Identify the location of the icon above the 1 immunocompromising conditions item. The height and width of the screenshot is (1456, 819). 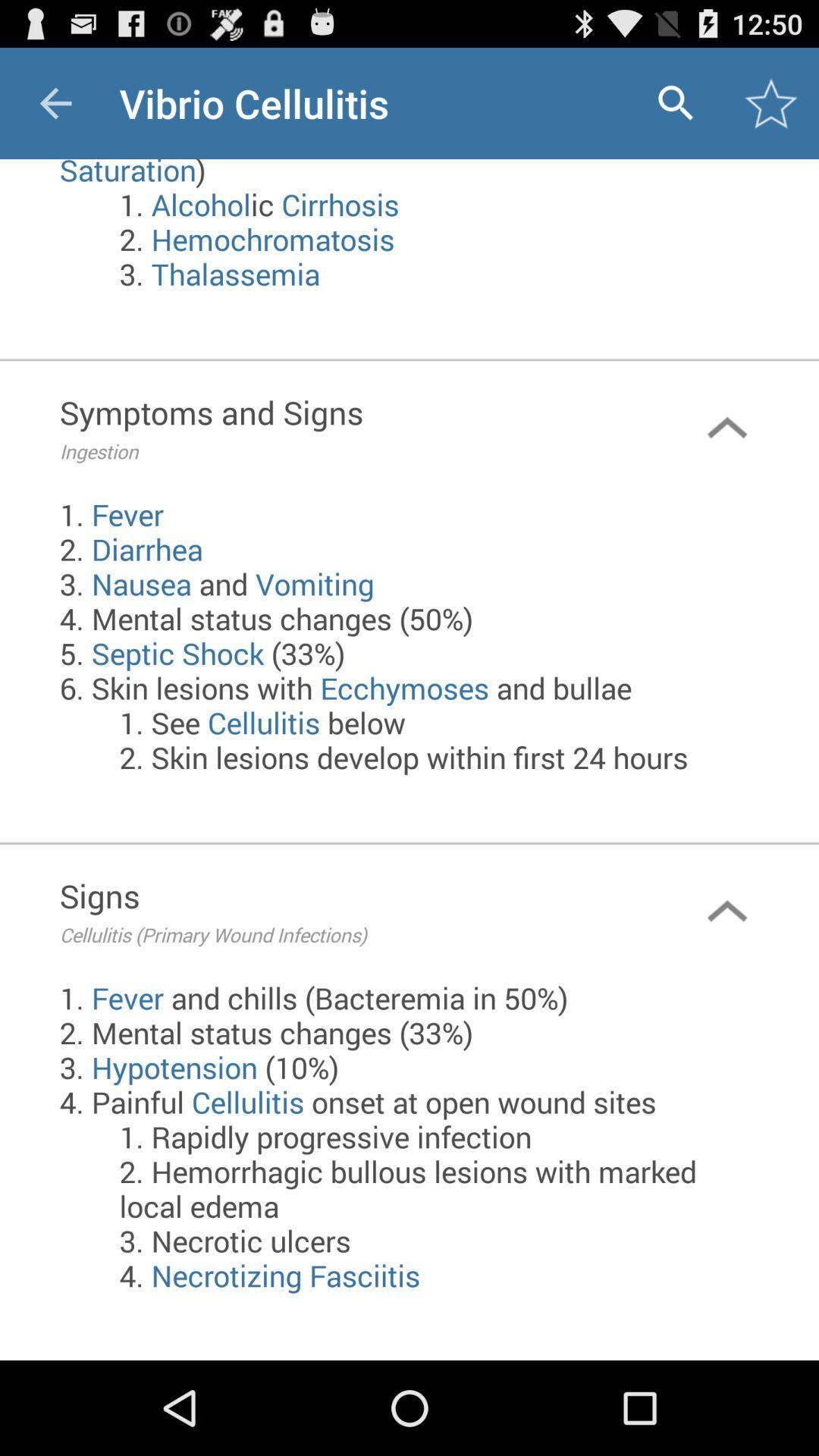
(771, 102).